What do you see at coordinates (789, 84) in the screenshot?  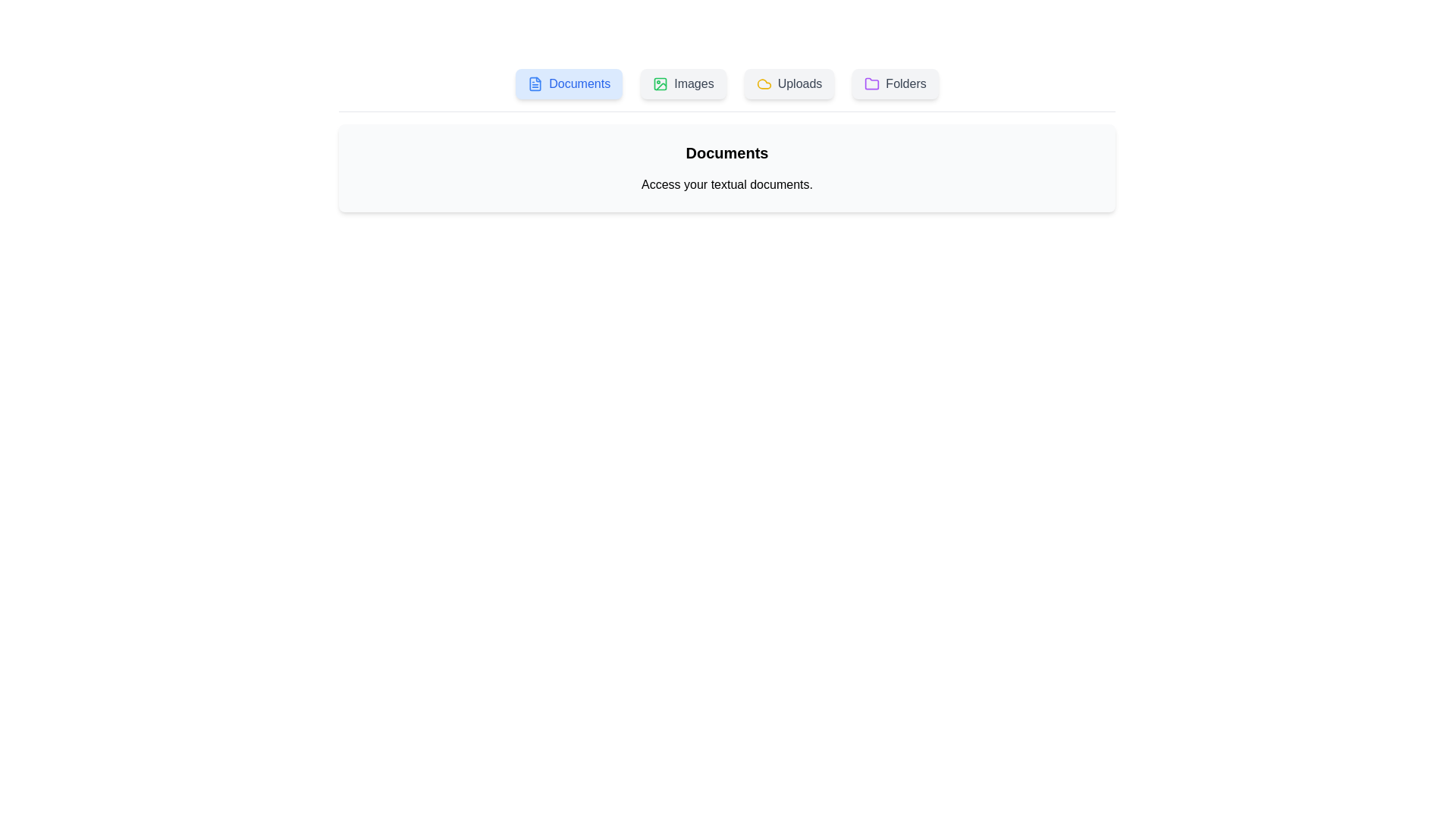 I see `the 'Uploads' tab to view its content` at bounding box center [789, 84].